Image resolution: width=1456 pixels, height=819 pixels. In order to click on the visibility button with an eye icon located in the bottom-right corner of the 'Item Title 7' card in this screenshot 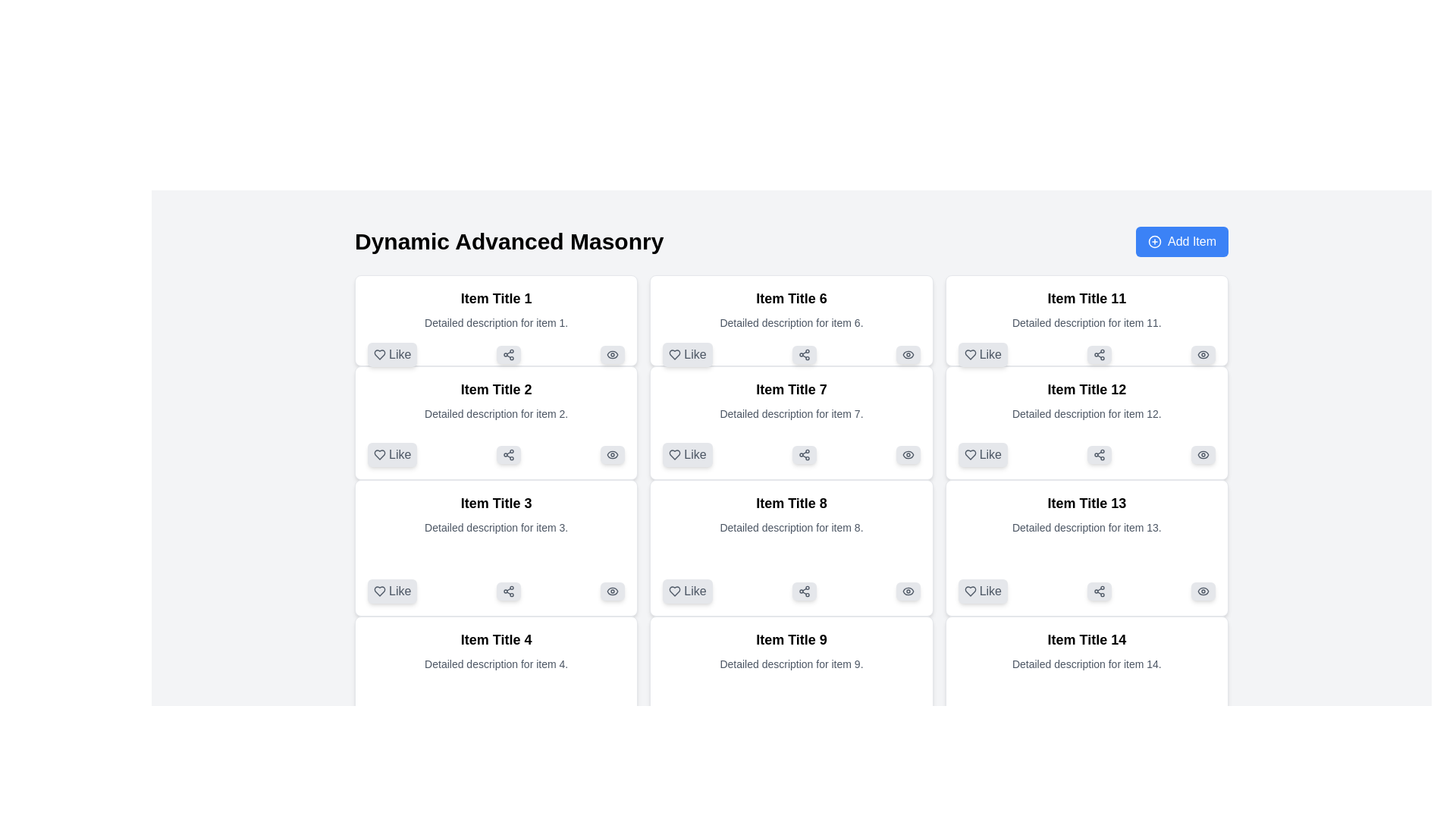, I will do `click(908, 454)`.